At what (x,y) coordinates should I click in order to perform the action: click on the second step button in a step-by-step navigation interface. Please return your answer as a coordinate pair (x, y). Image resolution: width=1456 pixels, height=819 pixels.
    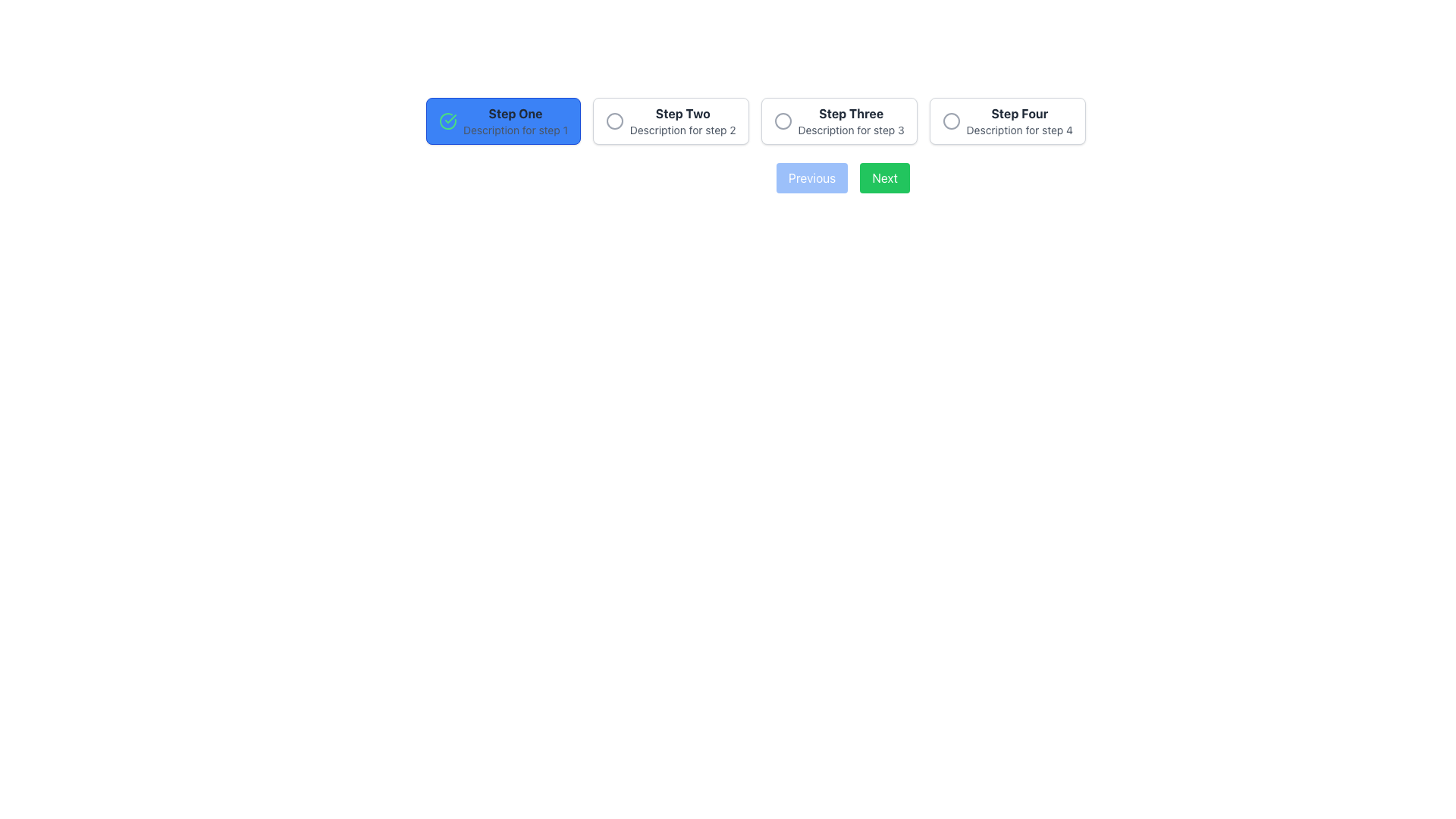
    Looking at the image, I should click on (670, 120).